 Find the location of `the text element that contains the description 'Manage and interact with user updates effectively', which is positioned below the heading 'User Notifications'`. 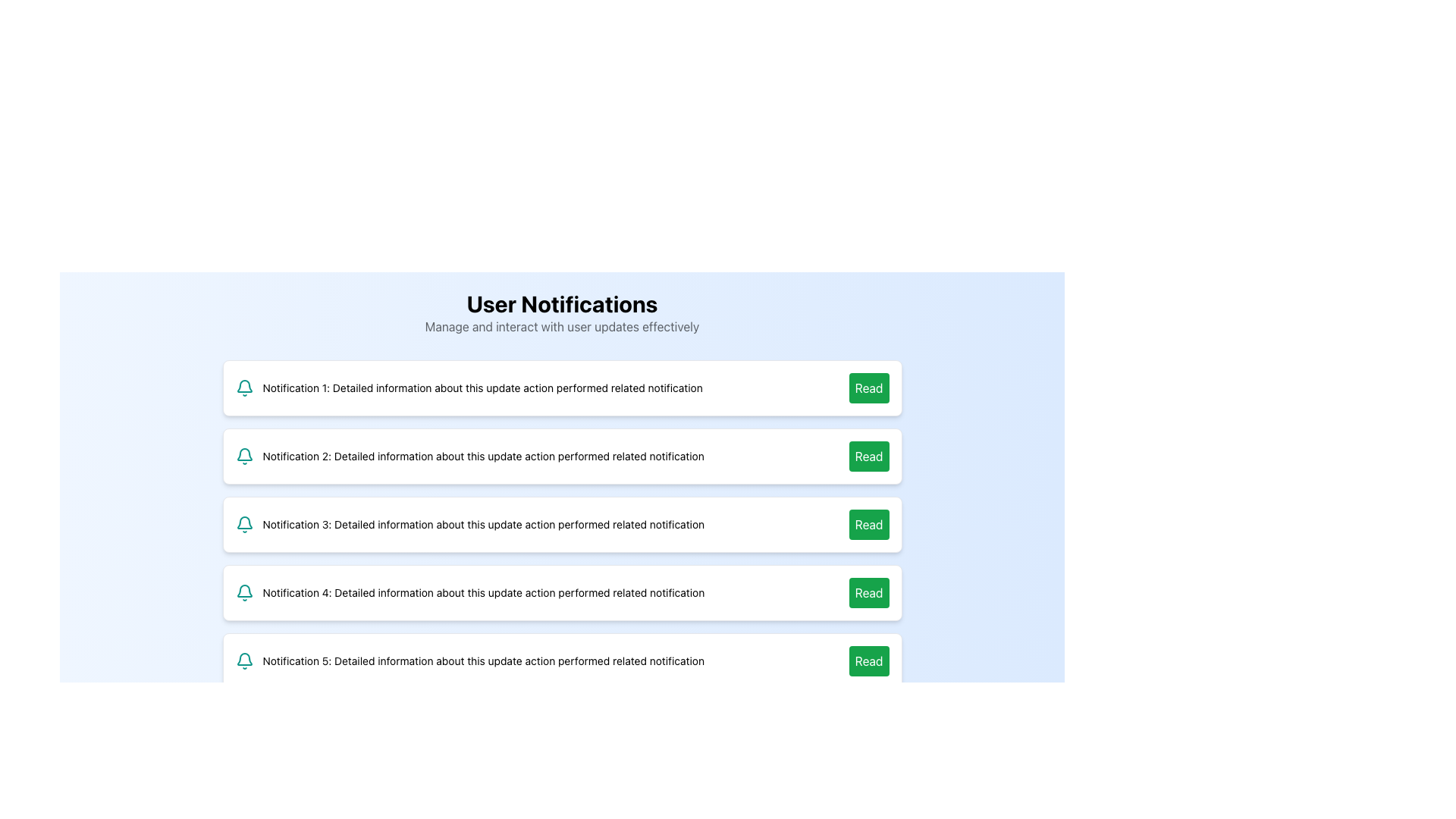

the text element that contains the description 'Manage and interact with user updates effectively', which is positioned below the heading 'User Notifications' is located at coordinates (561, 326).